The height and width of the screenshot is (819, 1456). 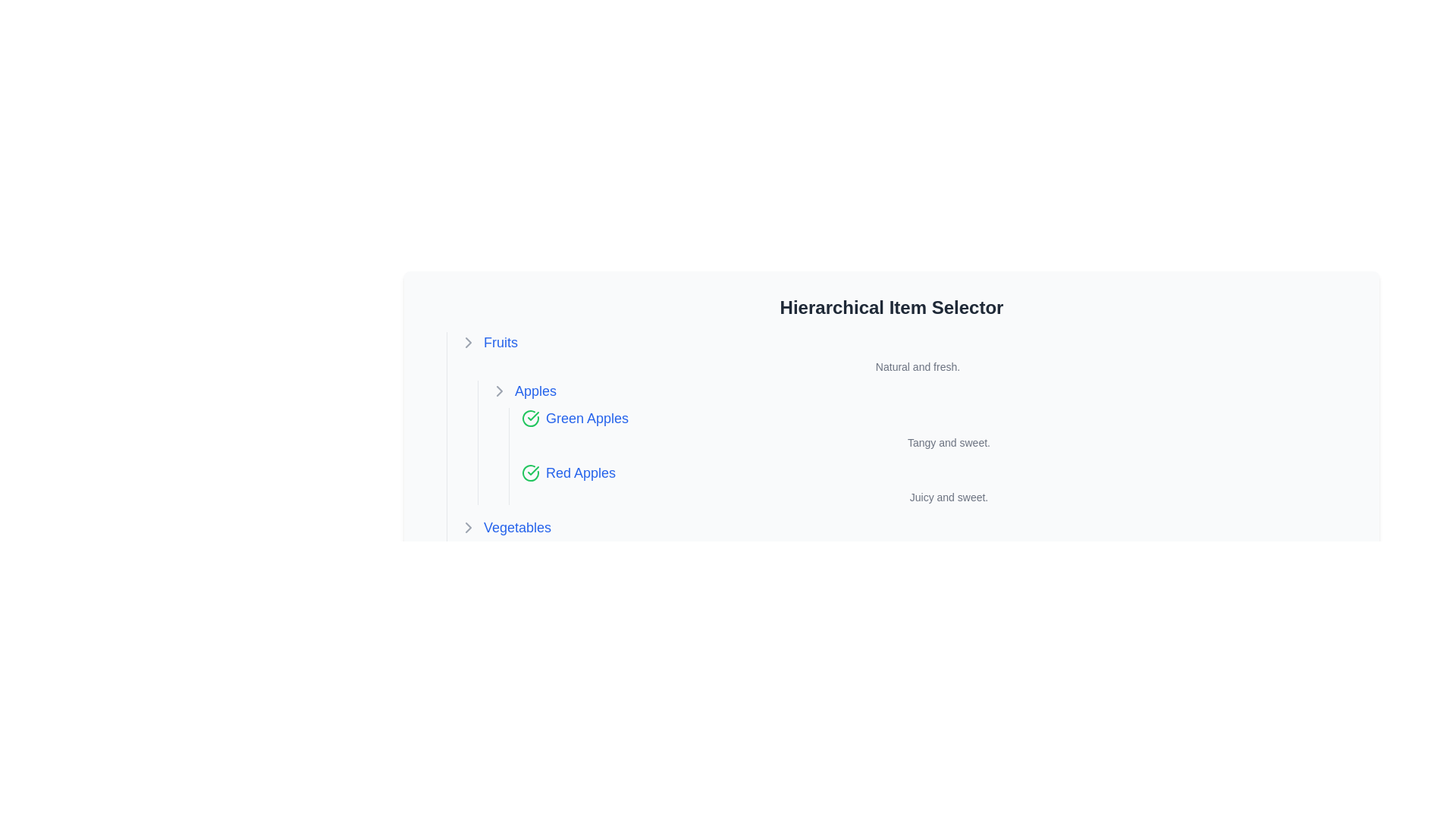 I want to click on the Chevron icon located at the leftmost part of the 'Fruits' row, so click(x=468, y=342).